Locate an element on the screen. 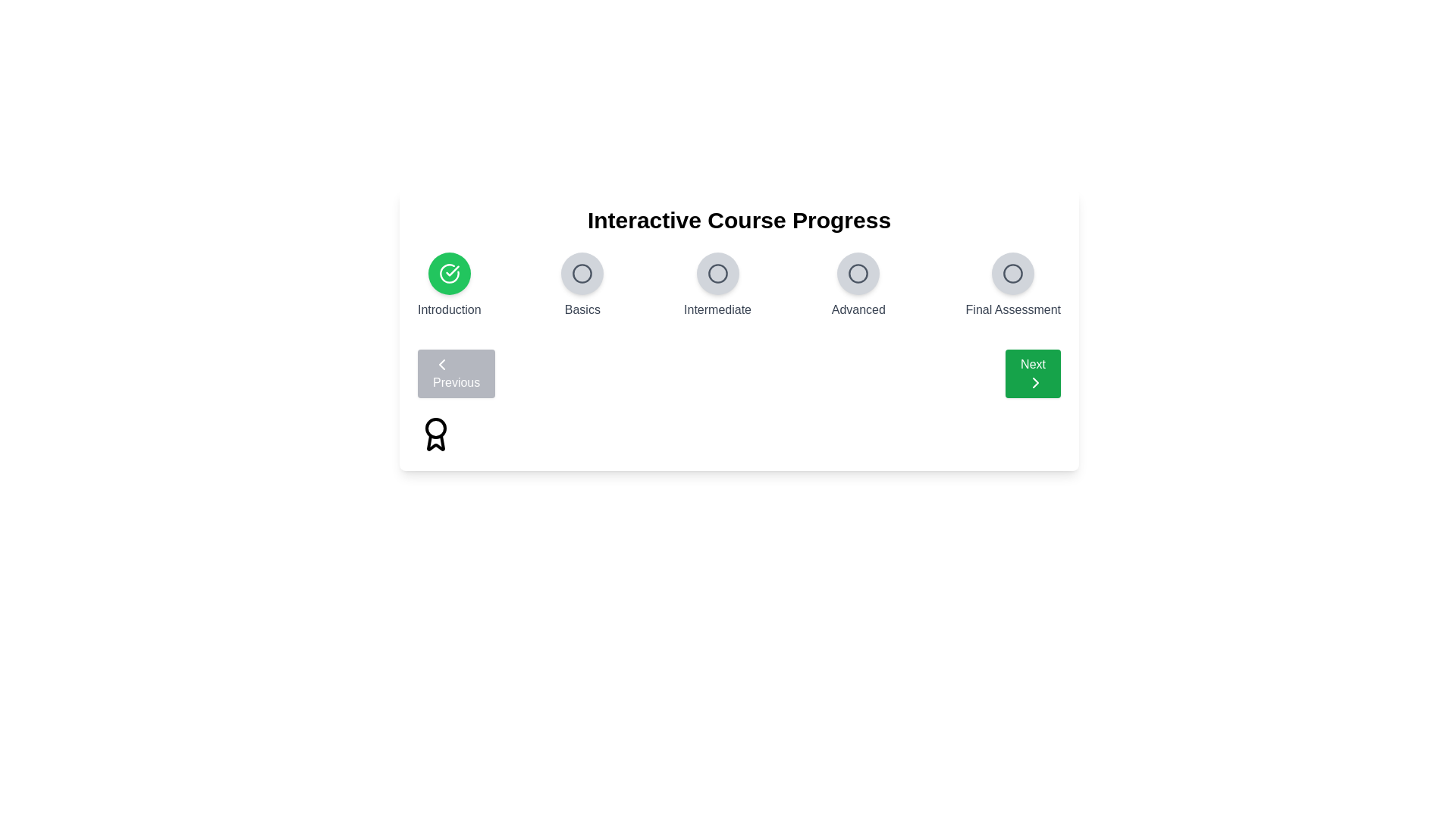  the 'Previous' button, which has a light gray background, white text, rounded corners, and a left-pointing arrow icon is located at coordinates (456, 374).